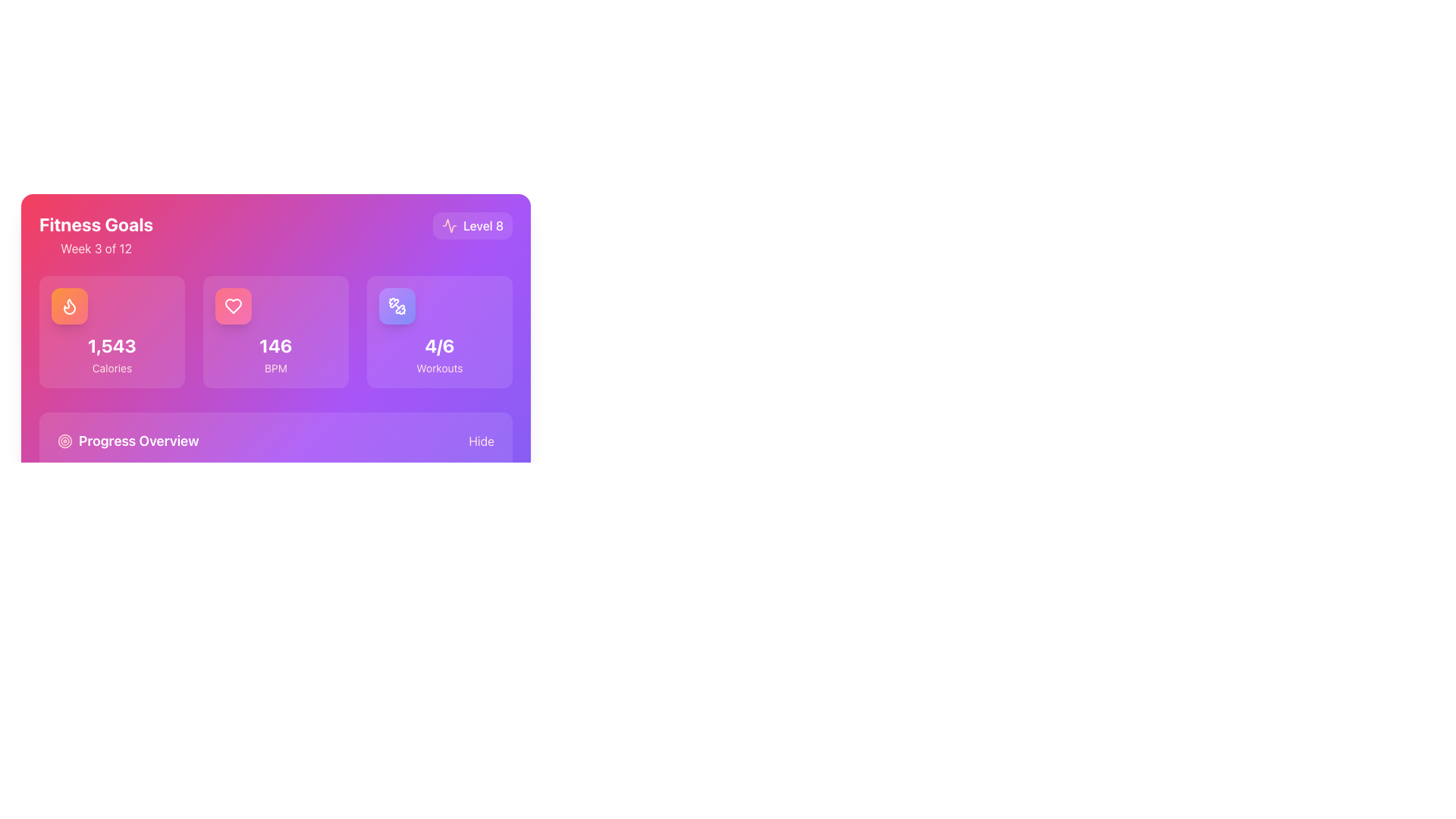 This screenshot has width=1456, height=819. What do you see at coordinates (439, 345) in the screenshot?
I see `the progress count text label located in the third box of a row of three overview boxes, situated below a dumbbell icon and above the word 'Workouts'` at bounding box center [439, 345].